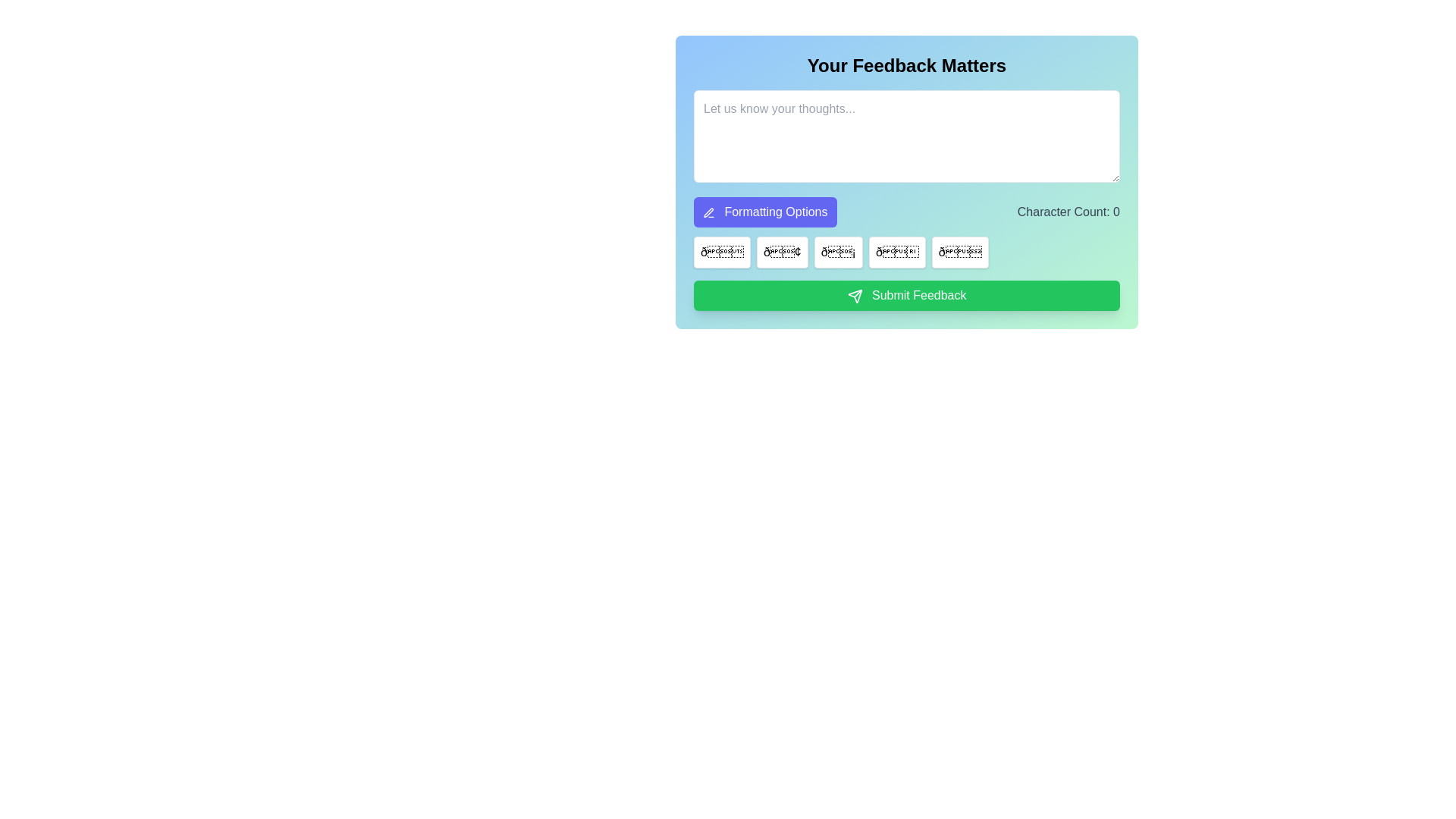 This screenshot has height=819, width=1456. What do you see at coordinates (837, 251) in the screenshot?
I see `the emoji button, which is a rectangular interactive component with a white background and rounded corners, located as the third option in a horizontal row below a text input field` at bounding box center [837, 251].